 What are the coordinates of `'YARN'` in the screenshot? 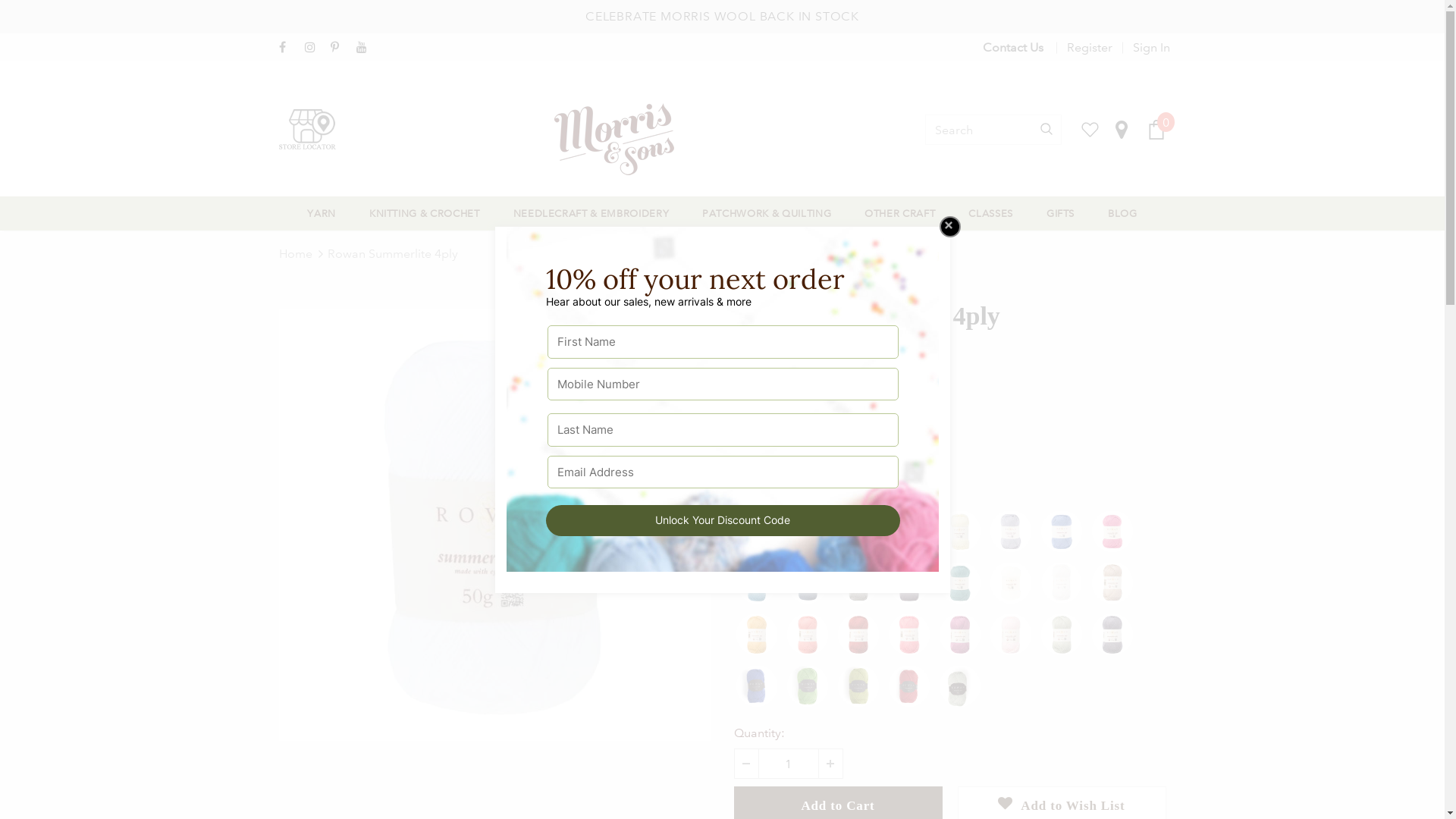 It's located at (320, 213).